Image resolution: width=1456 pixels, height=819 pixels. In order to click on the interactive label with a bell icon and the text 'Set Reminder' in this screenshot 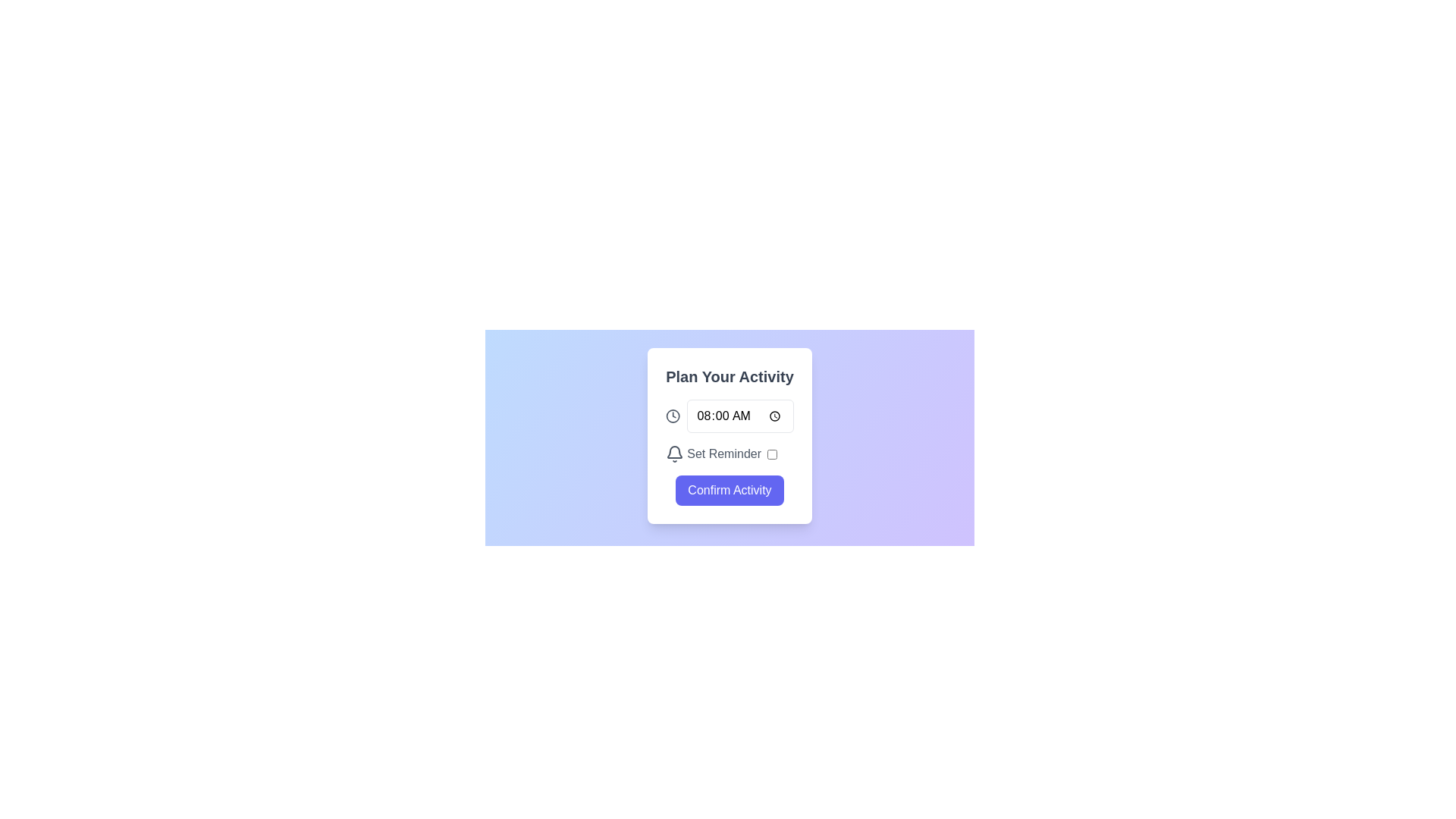, I will do `click(713, 453)`.